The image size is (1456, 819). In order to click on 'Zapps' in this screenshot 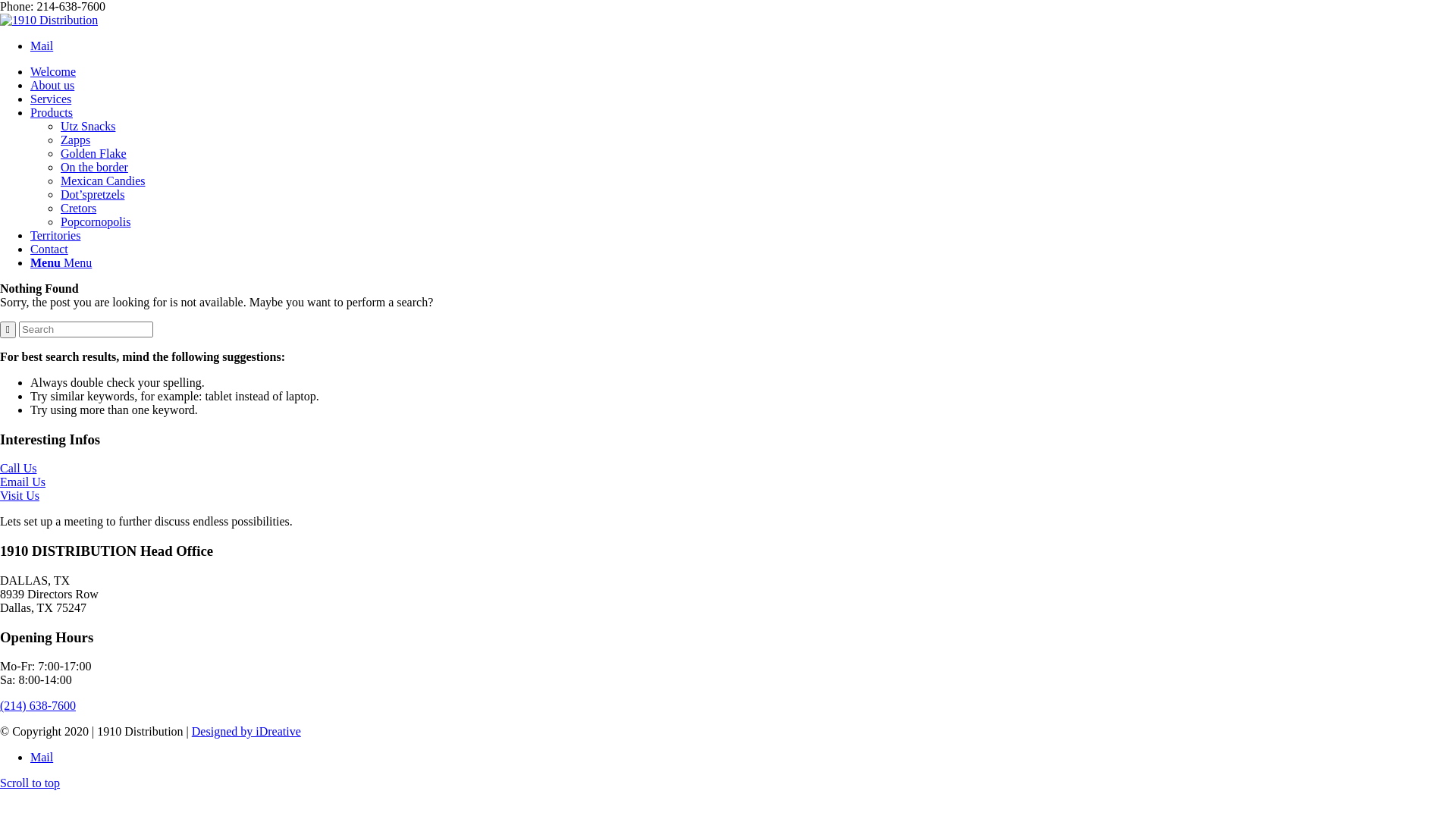, I will do `click(74, 140)`.